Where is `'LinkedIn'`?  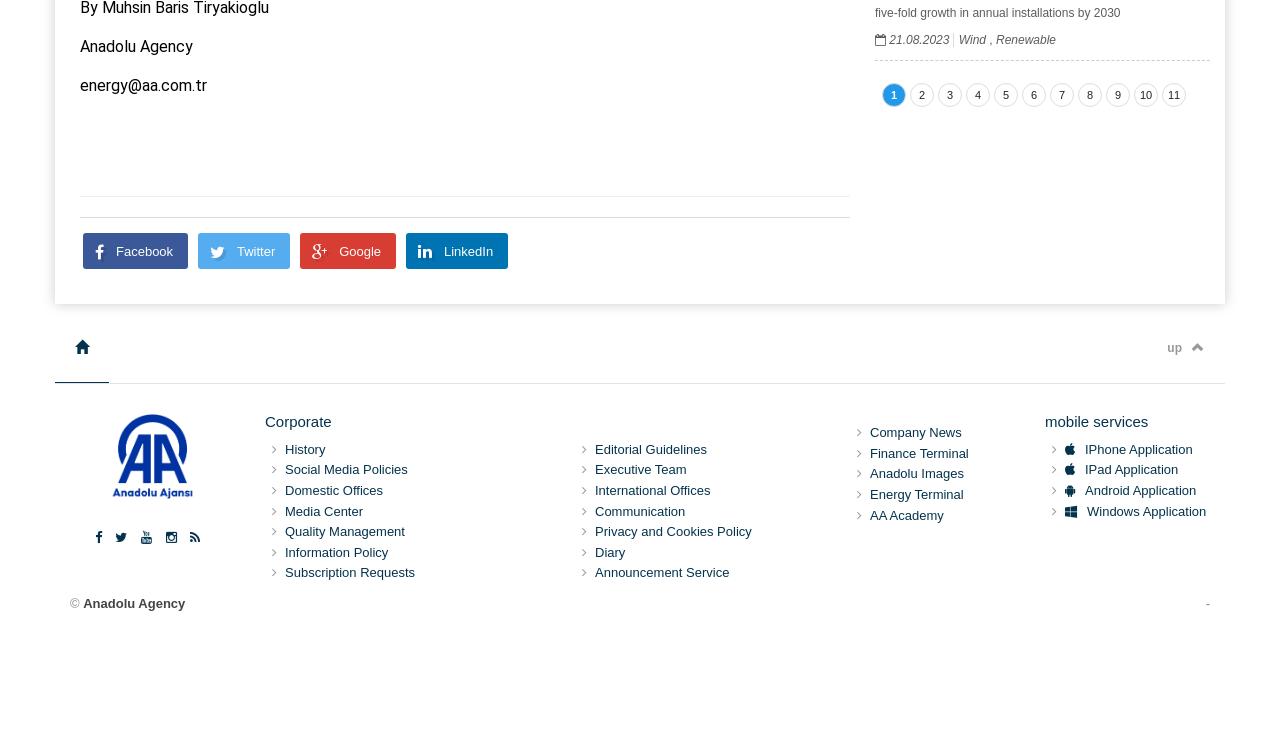 'LinkedIn' is located at coordinates (466, 249).